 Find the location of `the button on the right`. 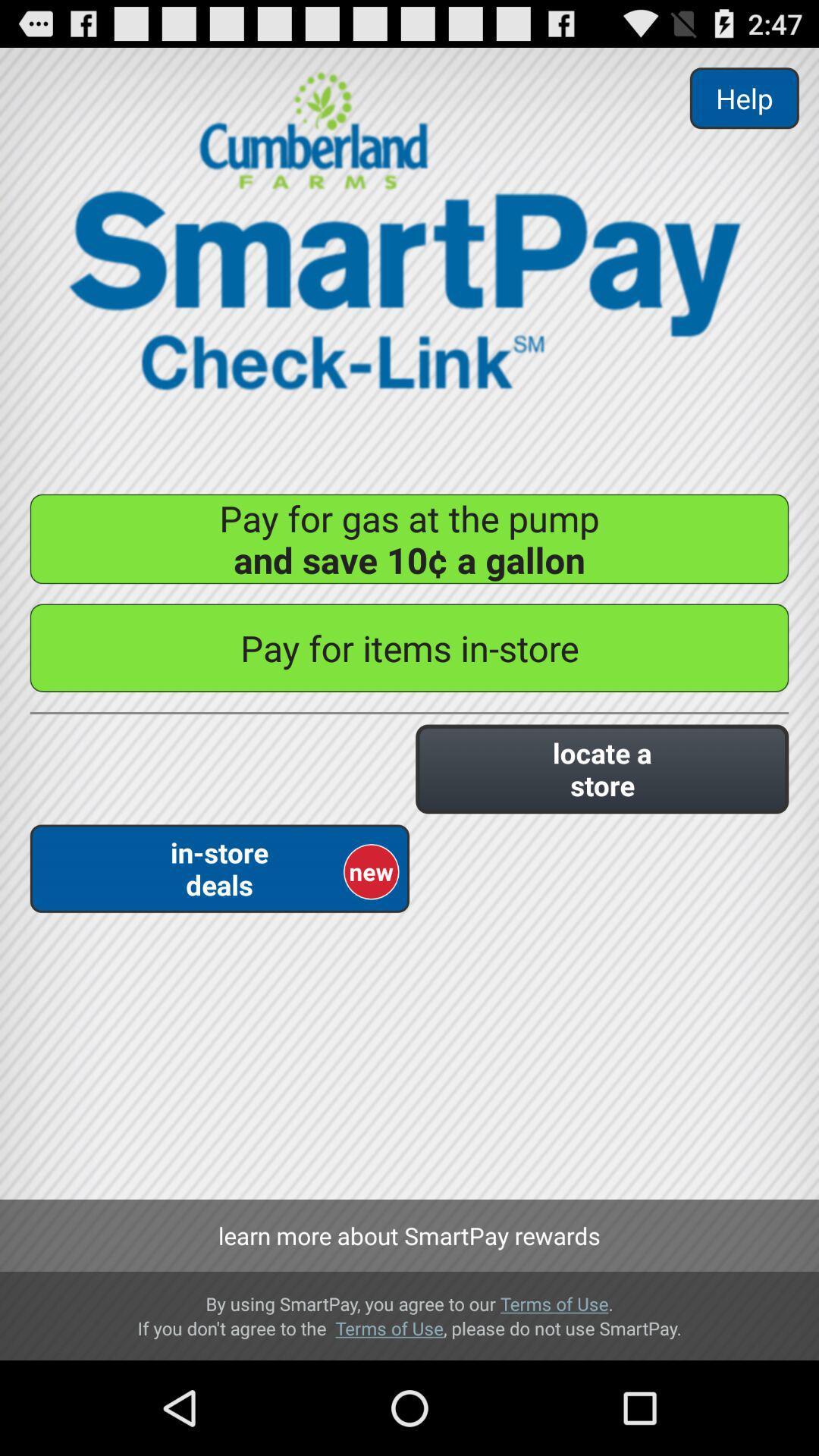

the button on the right is located at coordinates (601, 769).